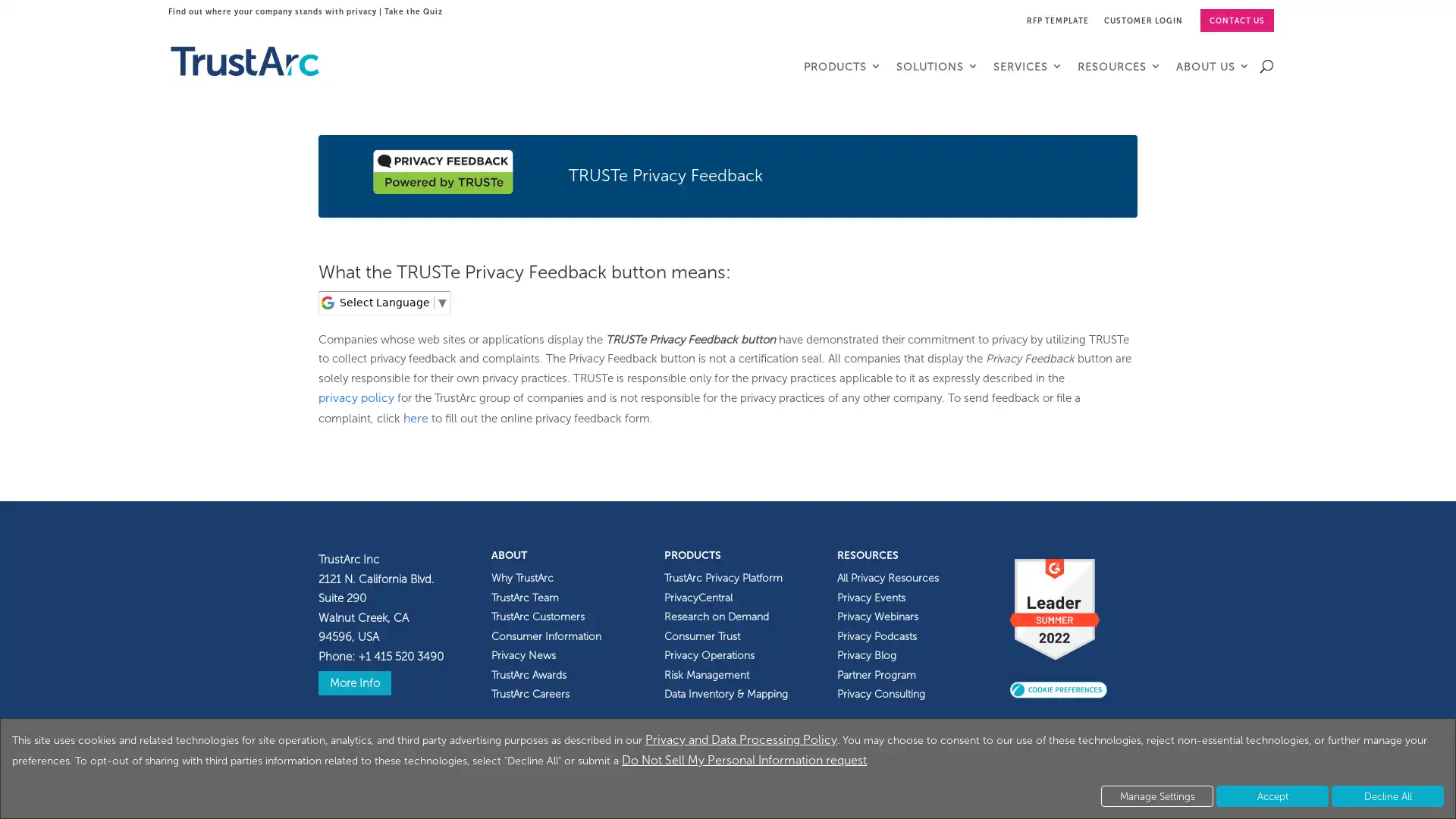  What do you see at coordinates (918, 801) in the screenshot?
I see `View information about this site's accessibility` at bounding box center [918, 801].